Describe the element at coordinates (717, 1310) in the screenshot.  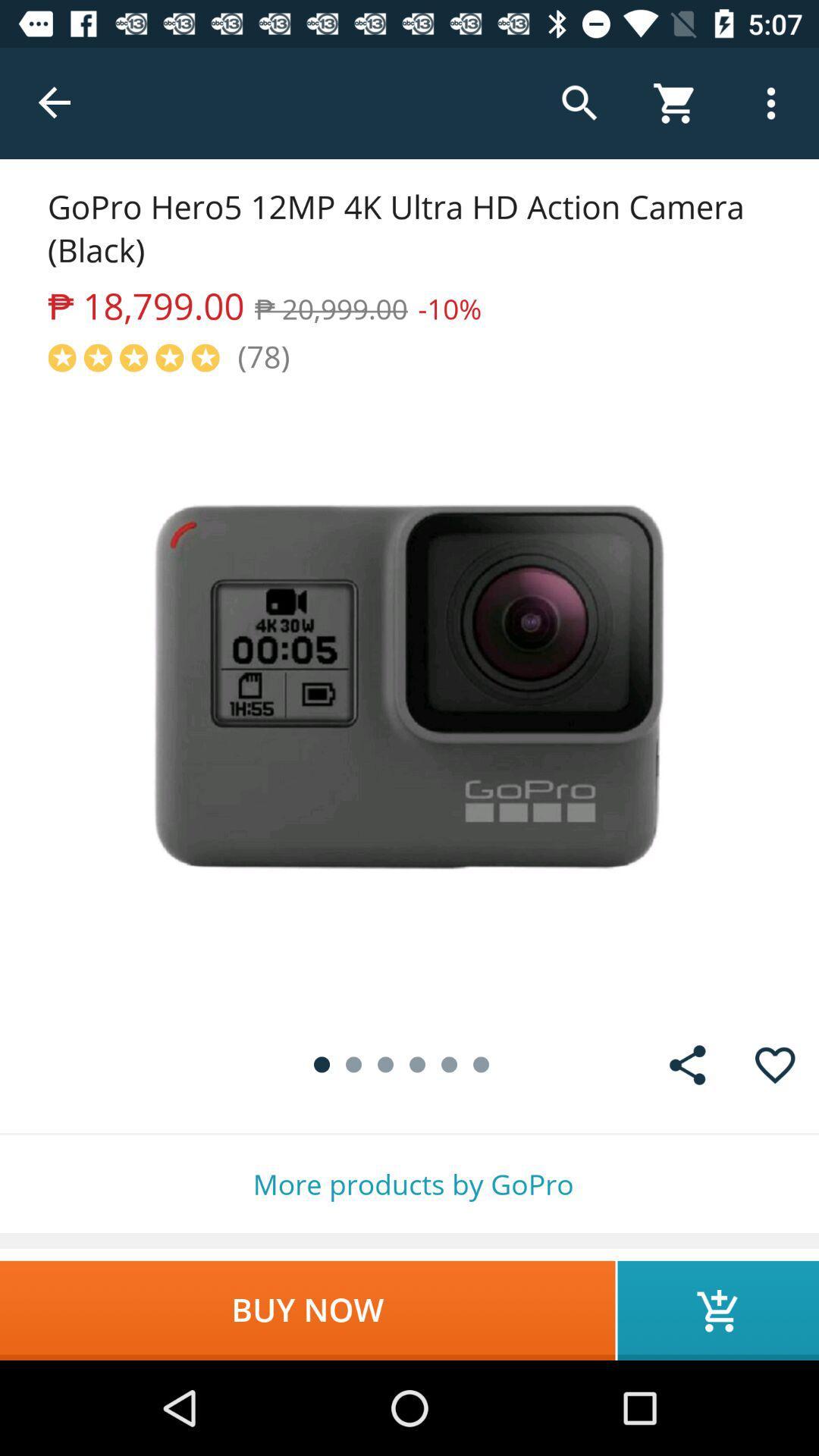
I see `icon next to buy now` at that location.